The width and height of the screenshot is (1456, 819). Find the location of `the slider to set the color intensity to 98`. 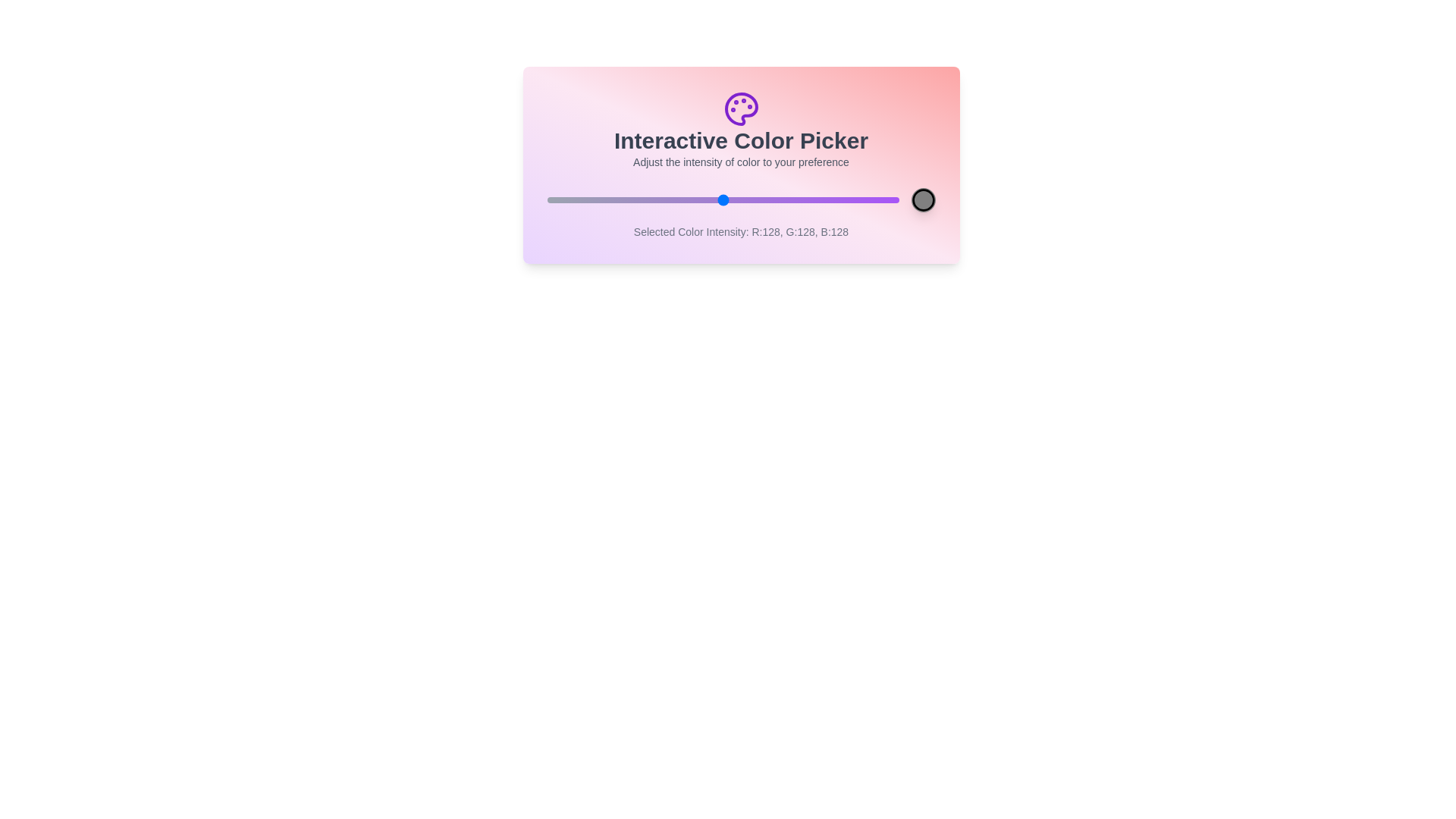

the slider to set the color intensity to 98 is located at coordinates (681, 199).